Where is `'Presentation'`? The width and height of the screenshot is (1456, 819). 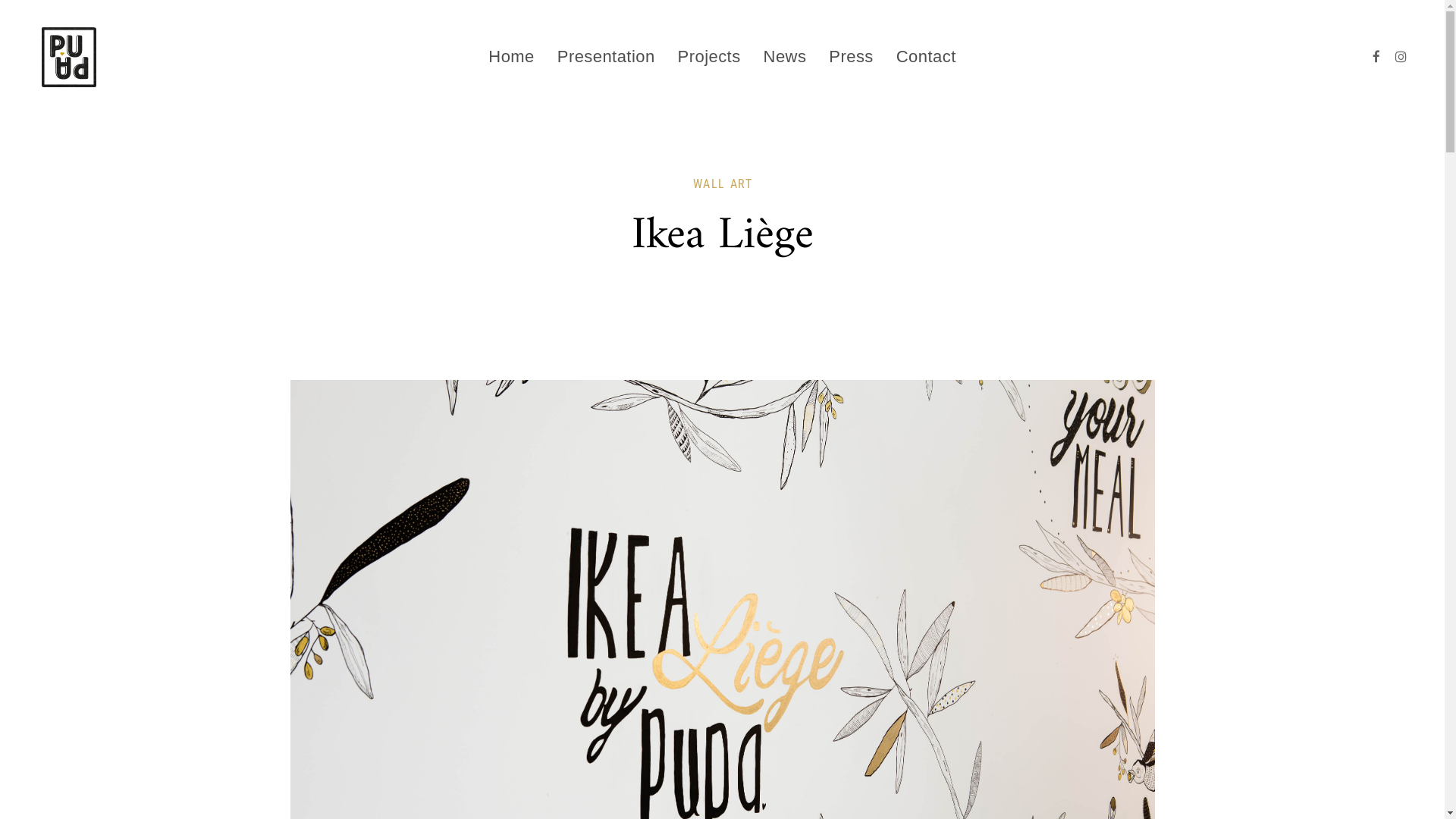 'Presentation' is located at coordinates (605, 55).